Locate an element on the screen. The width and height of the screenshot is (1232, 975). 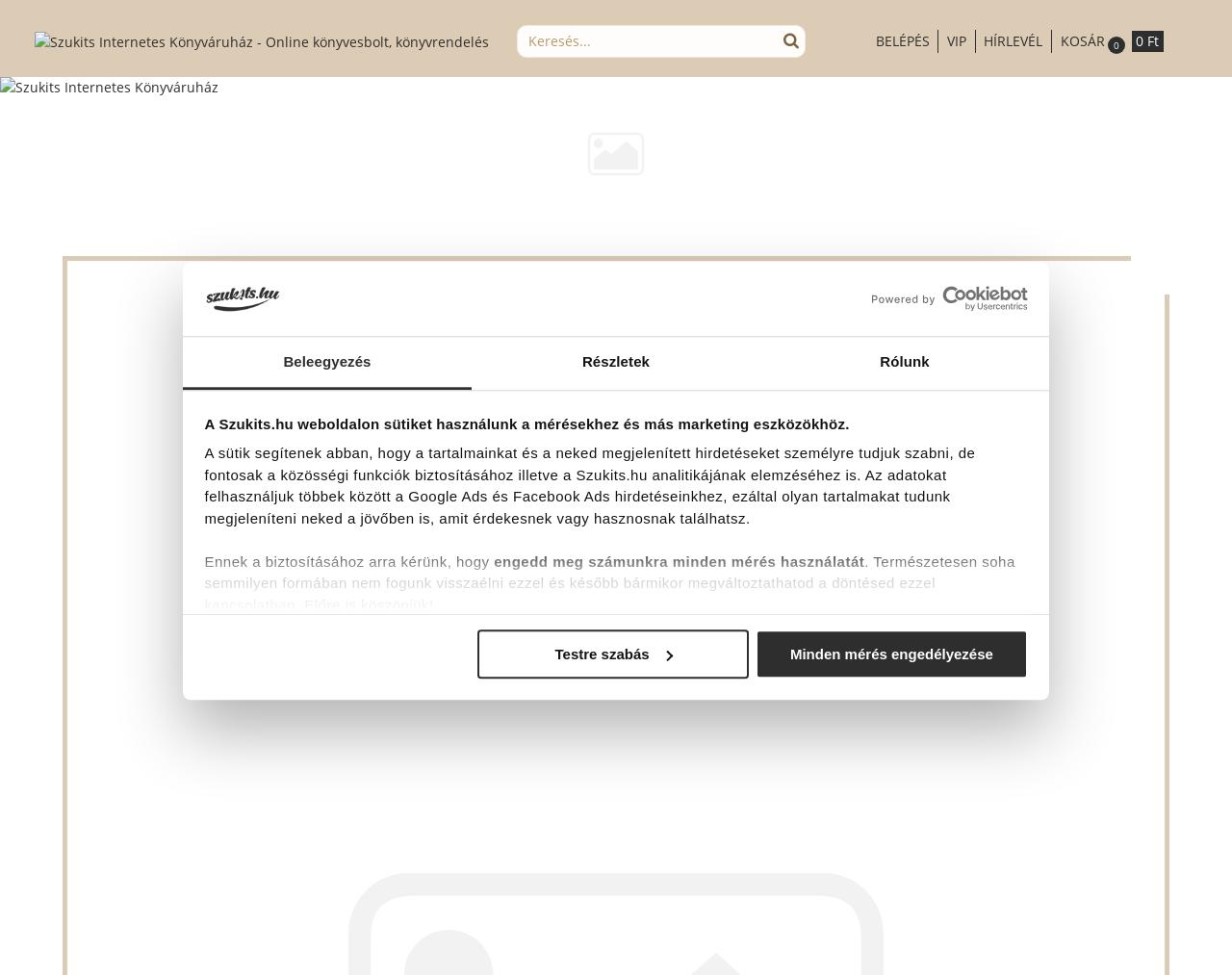
'A Szukits.hu weboldalon sütiket használunk a mérésekhez és más marketing eszközökhöz.' is located at coordinates (526, 423).